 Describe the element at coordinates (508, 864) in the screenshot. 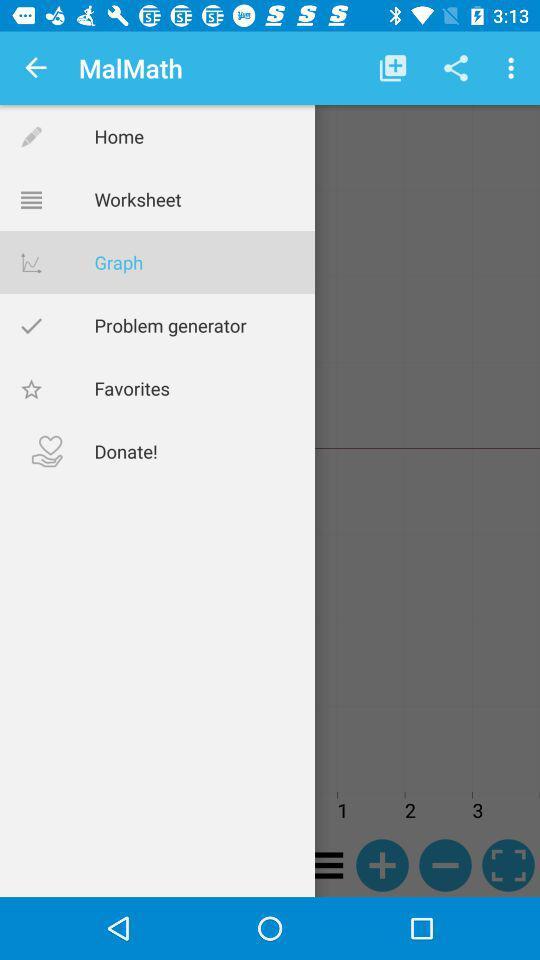

I see `the fullscreen icon` at that location.